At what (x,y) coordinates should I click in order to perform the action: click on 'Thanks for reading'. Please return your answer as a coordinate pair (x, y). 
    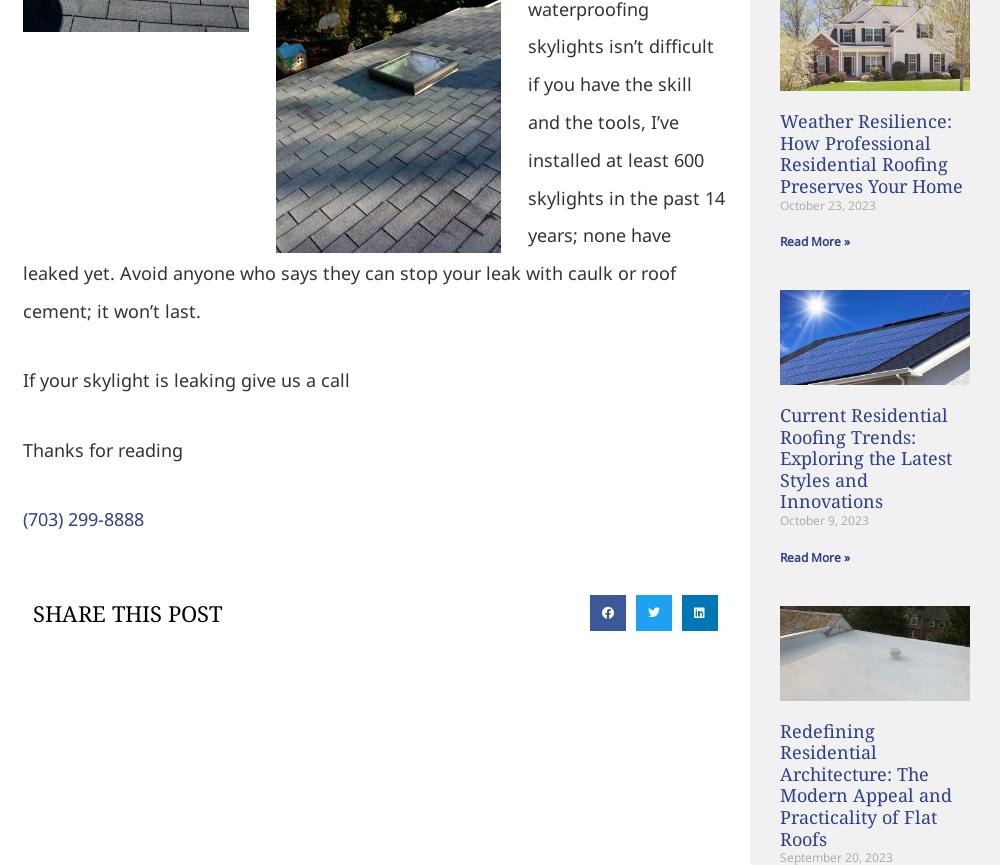
    Looking at the image, I should click on (101, 448).